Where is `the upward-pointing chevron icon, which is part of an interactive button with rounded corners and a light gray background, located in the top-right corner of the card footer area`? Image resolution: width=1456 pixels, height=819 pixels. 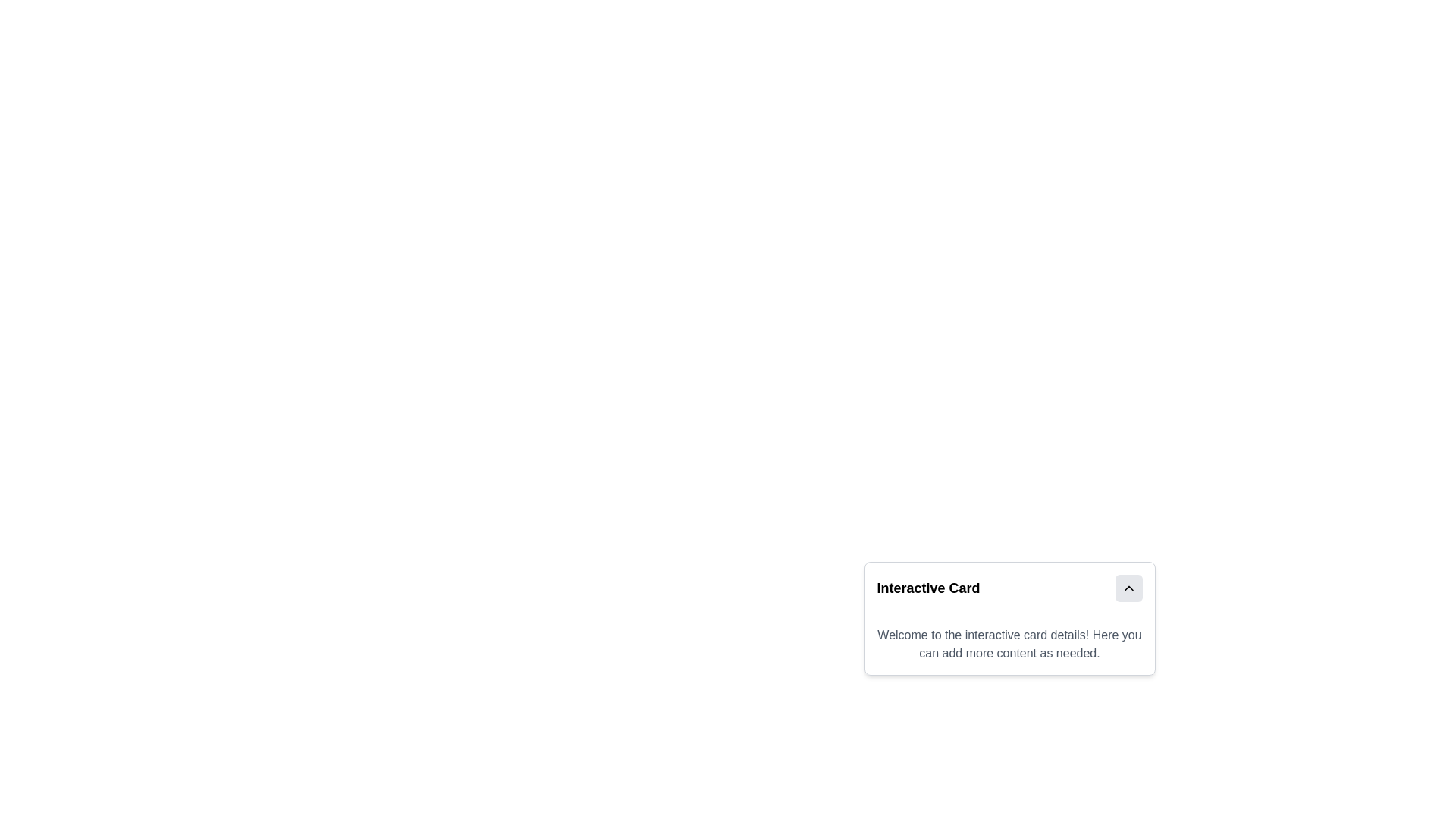
the upward-pointing chevron icon, which is part of an interactive button with rounded corners and a light gray background, located in the top-right corner of the card footer area is located at coordinates (1128, 587).